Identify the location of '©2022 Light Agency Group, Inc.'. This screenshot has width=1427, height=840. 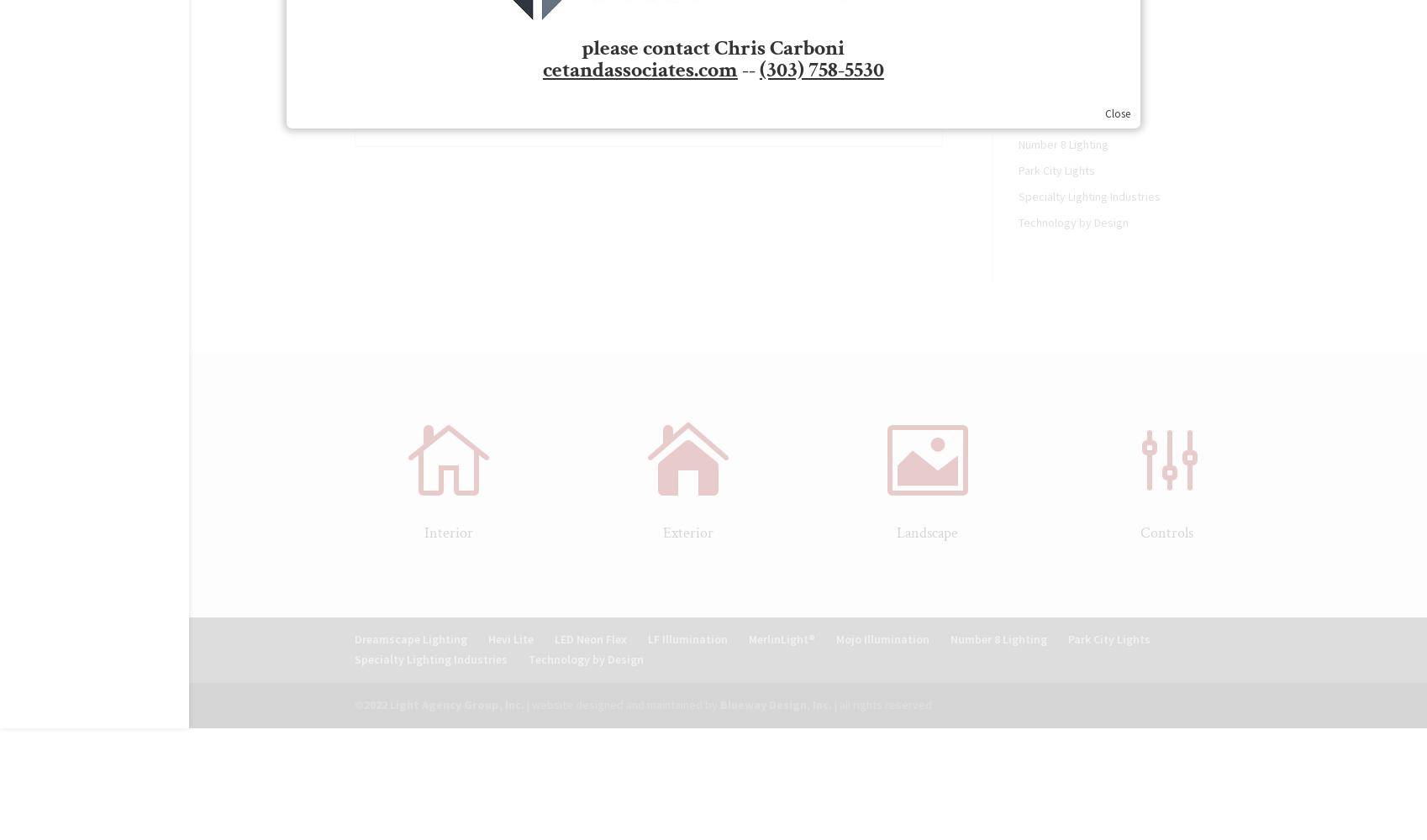
(438, 703).